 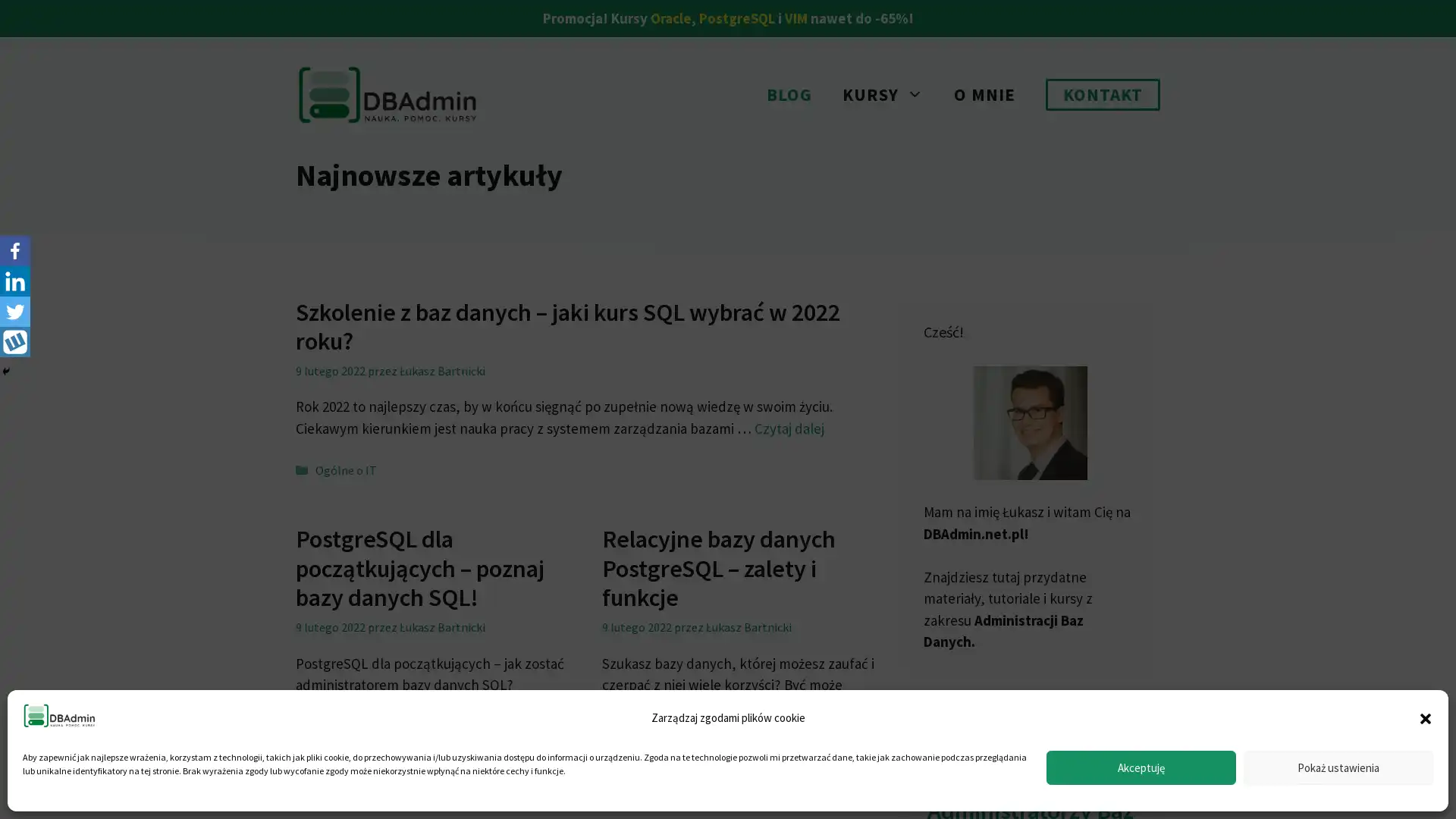 What do you see at coordinates (1425, 717) in the screenshot?
I see `close-dialog` at bounding box center [1425, 717].